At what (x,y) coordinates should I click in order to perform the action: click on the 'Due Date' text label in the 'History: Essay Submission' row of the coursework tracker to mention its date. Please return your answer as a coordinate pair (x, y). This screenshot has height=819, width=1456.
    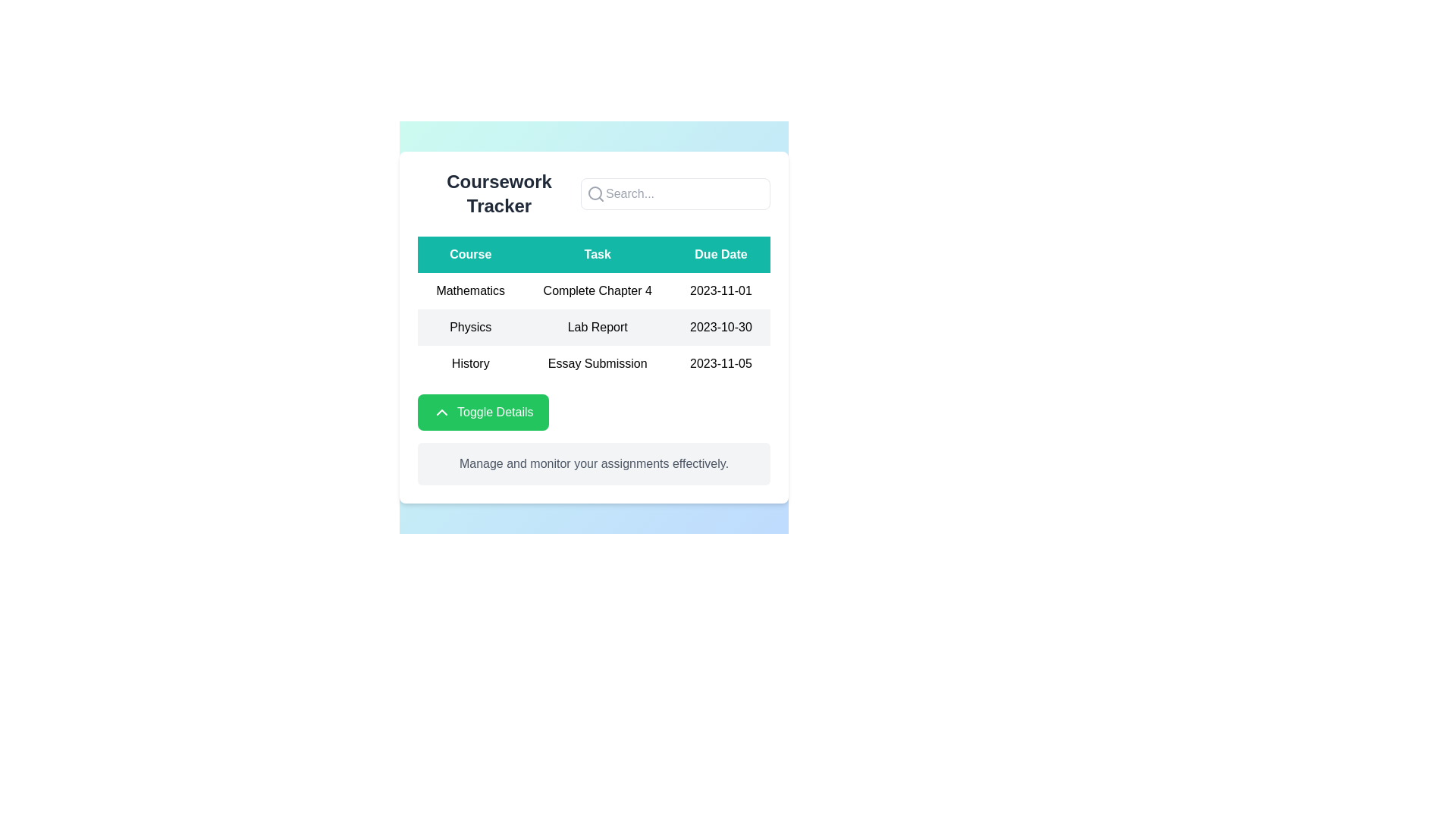
    Looking at the image, I should click on (720, 363).